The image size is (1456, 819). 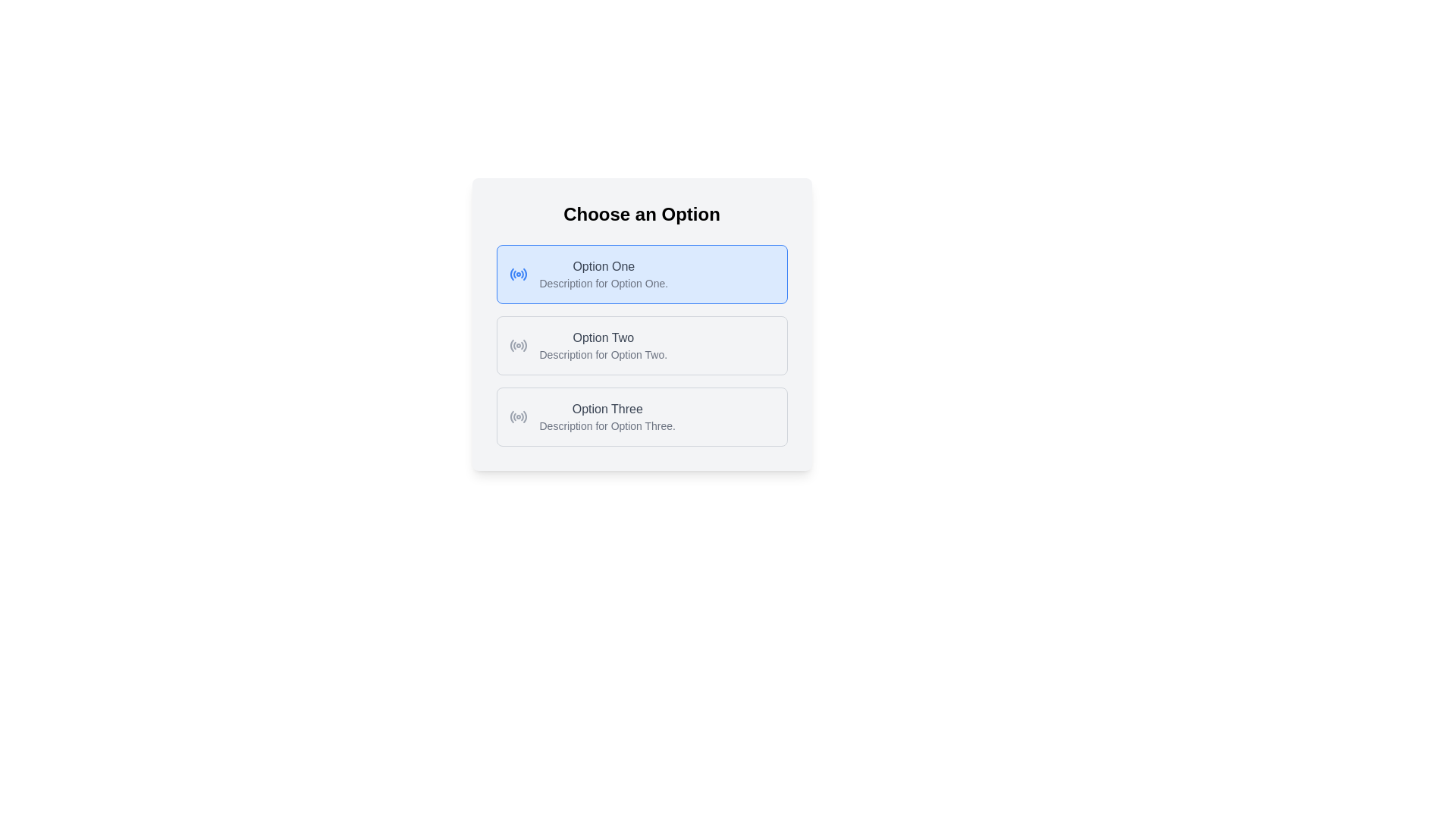 What do you see at coordinates (603, 265) in the screenshot?
I see `the text label that describes the first selectable option in a vertical list of choices labeled 'Option One', 'Option Two', and 'Option Three'` at bounding box center [603, 265].